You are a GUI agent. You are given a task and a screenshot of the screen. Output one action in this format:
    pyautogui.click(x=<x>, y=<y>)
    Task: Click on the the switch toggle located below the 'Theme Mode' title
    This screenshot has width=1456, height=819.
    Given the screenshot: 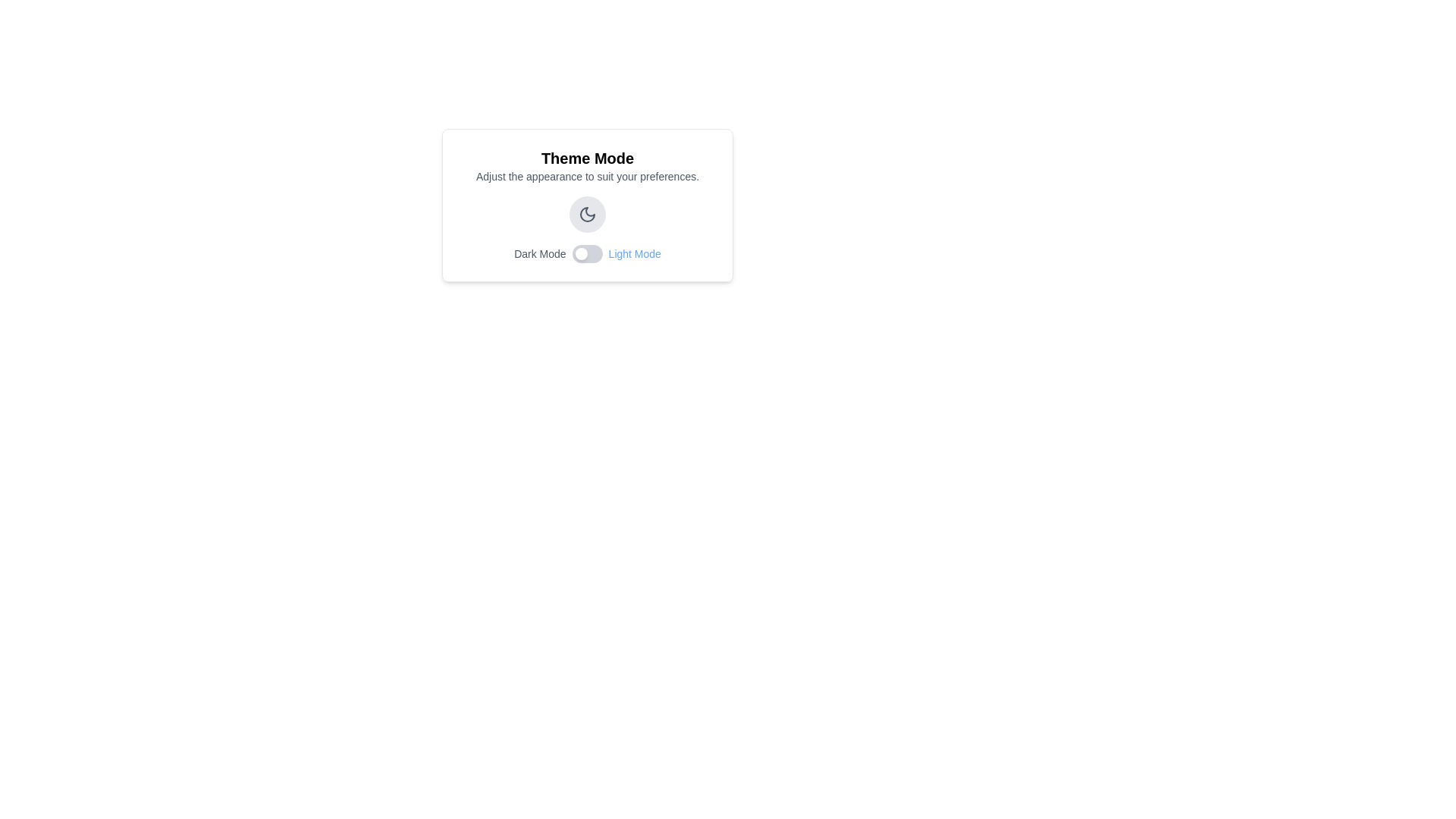 What is the action you would take?
    pyautogui.click(x=586, y=253)
    